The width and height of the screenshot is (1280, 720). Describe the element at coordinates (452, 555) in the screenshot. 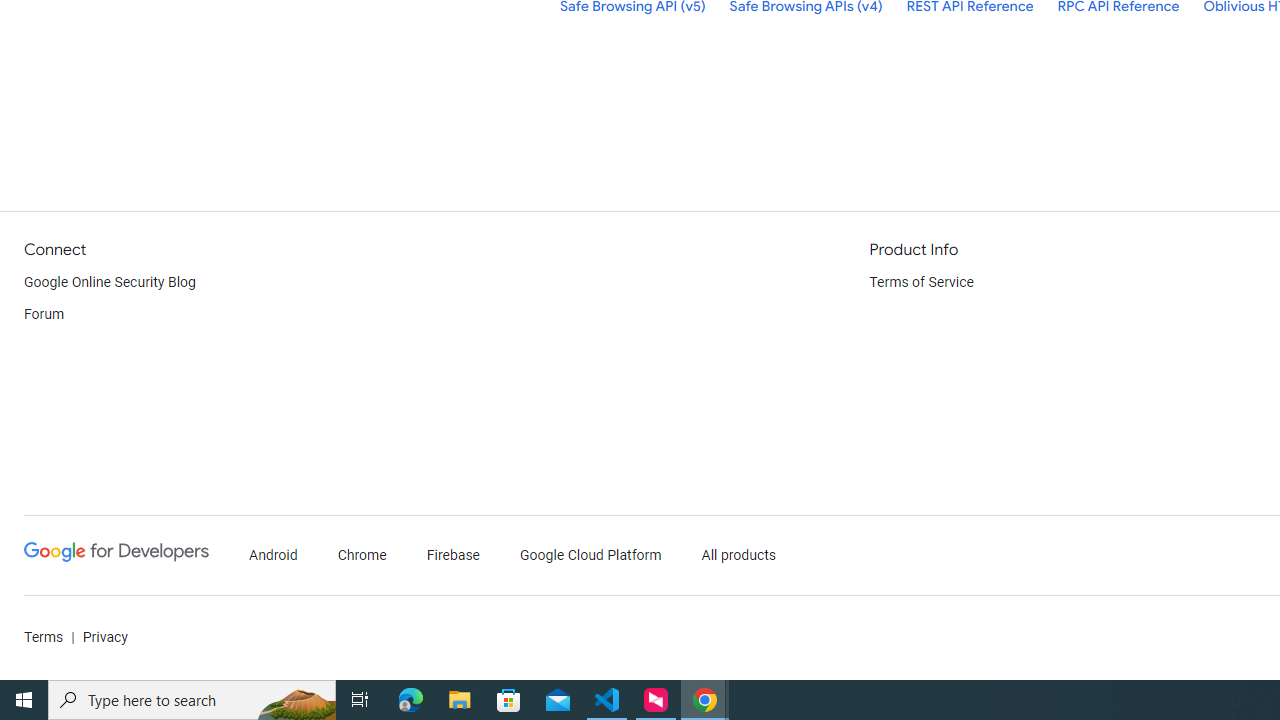

I see `'Firebase'` at that location.